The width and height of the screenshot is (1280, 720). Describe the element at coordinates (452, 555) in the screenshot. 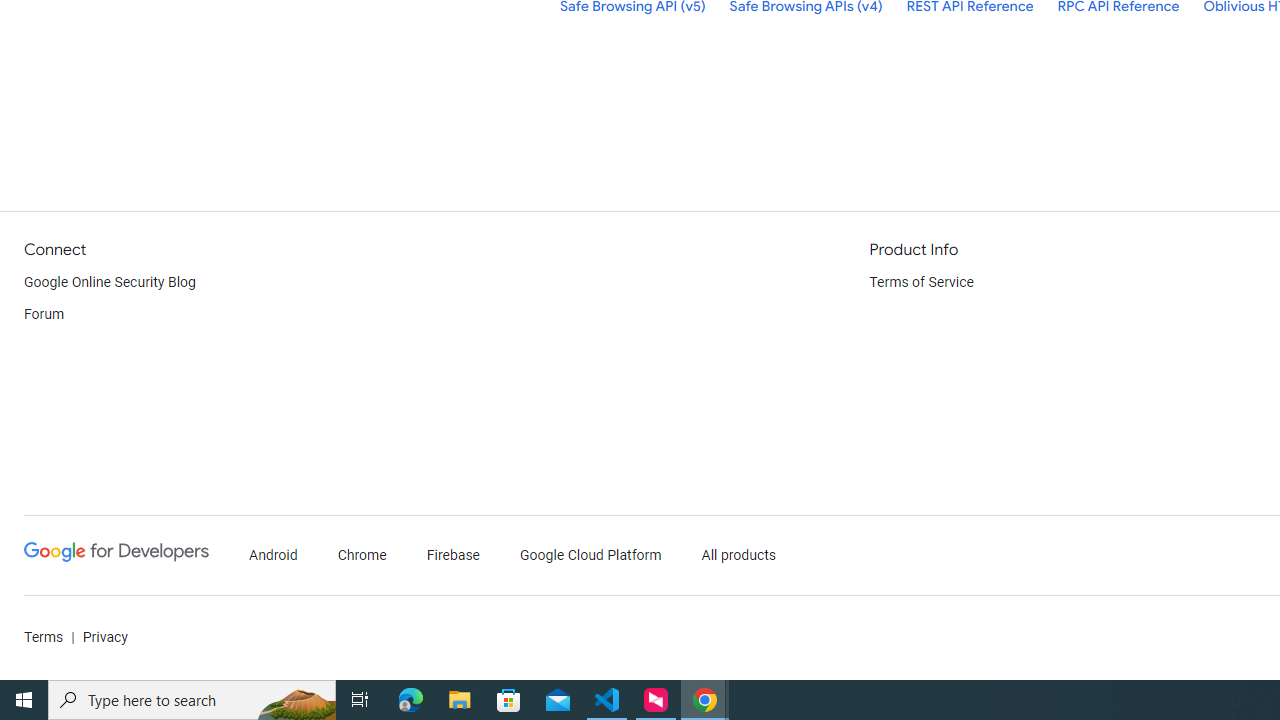

I see `'Firebase'` at that location.